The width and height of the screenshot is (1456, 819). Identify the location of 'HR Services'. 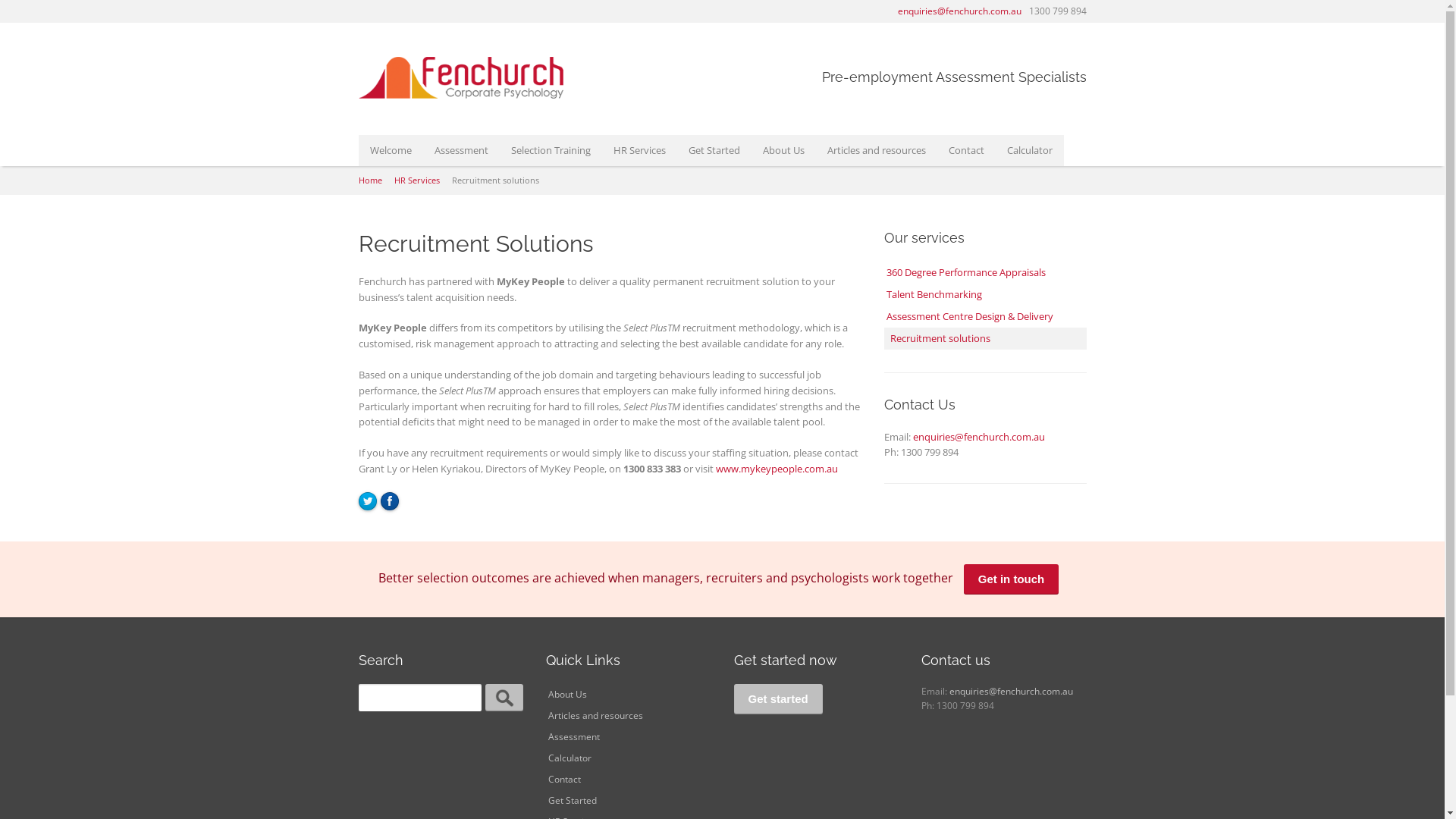
(417, 179).